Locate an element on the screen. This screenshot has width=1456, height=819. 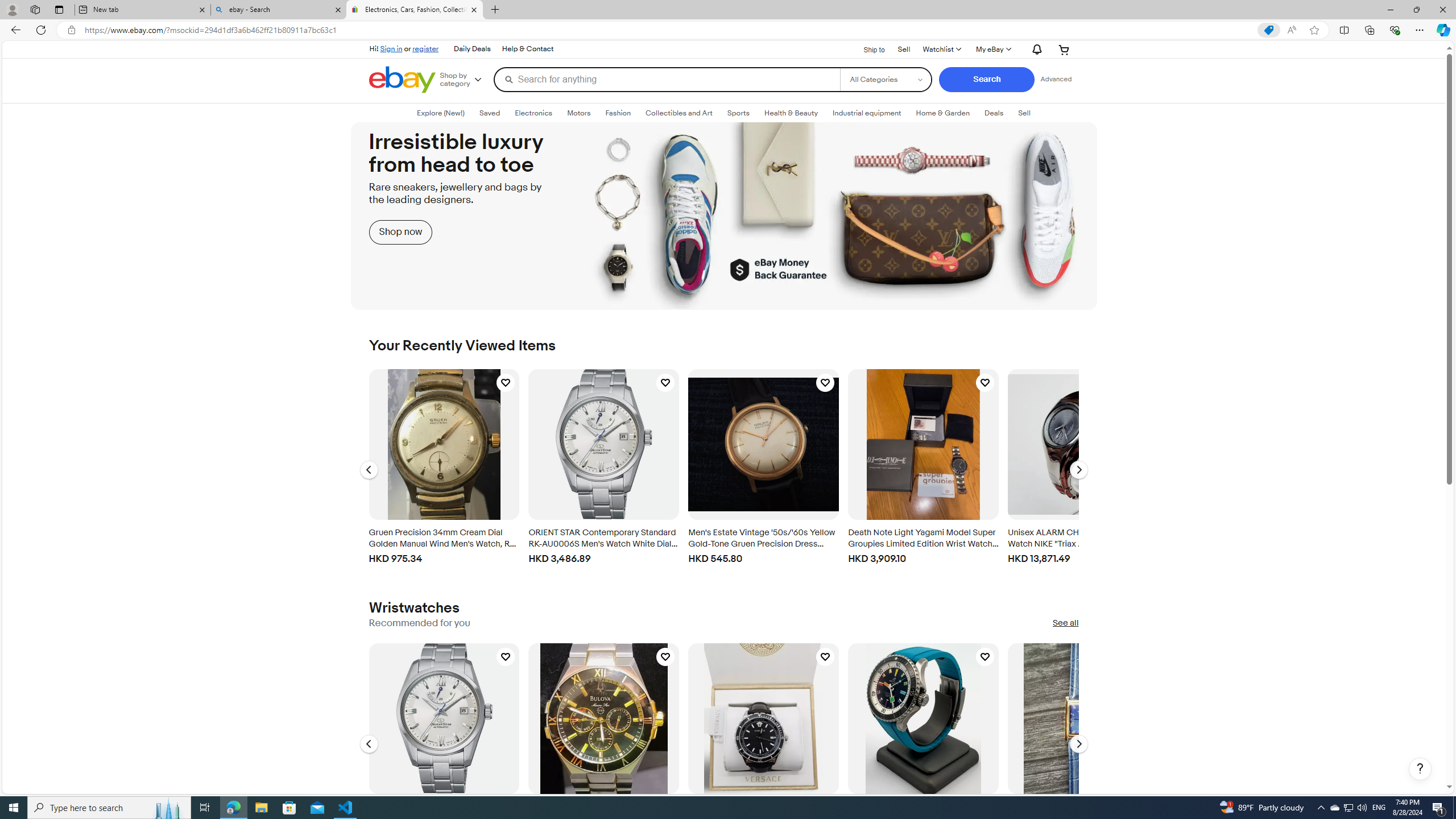
'Class: vl-flyout-nav__js-tab vl-flyout-nav__no-sub' is located at coordinates (994, 113).